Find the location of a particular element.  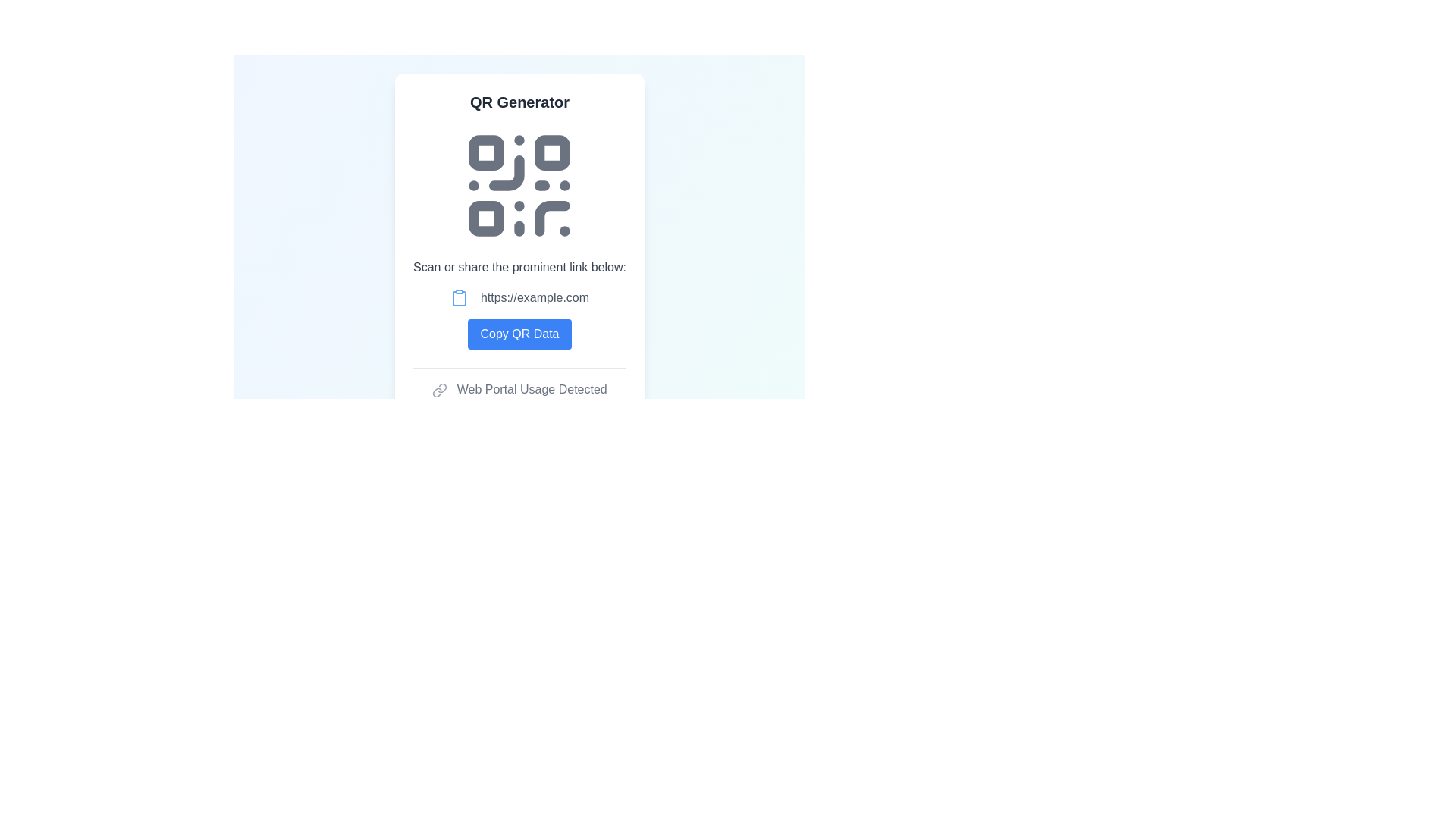

the rectangular blue button with the text 'Copy QR Data' is located at coordinates (519, 333).